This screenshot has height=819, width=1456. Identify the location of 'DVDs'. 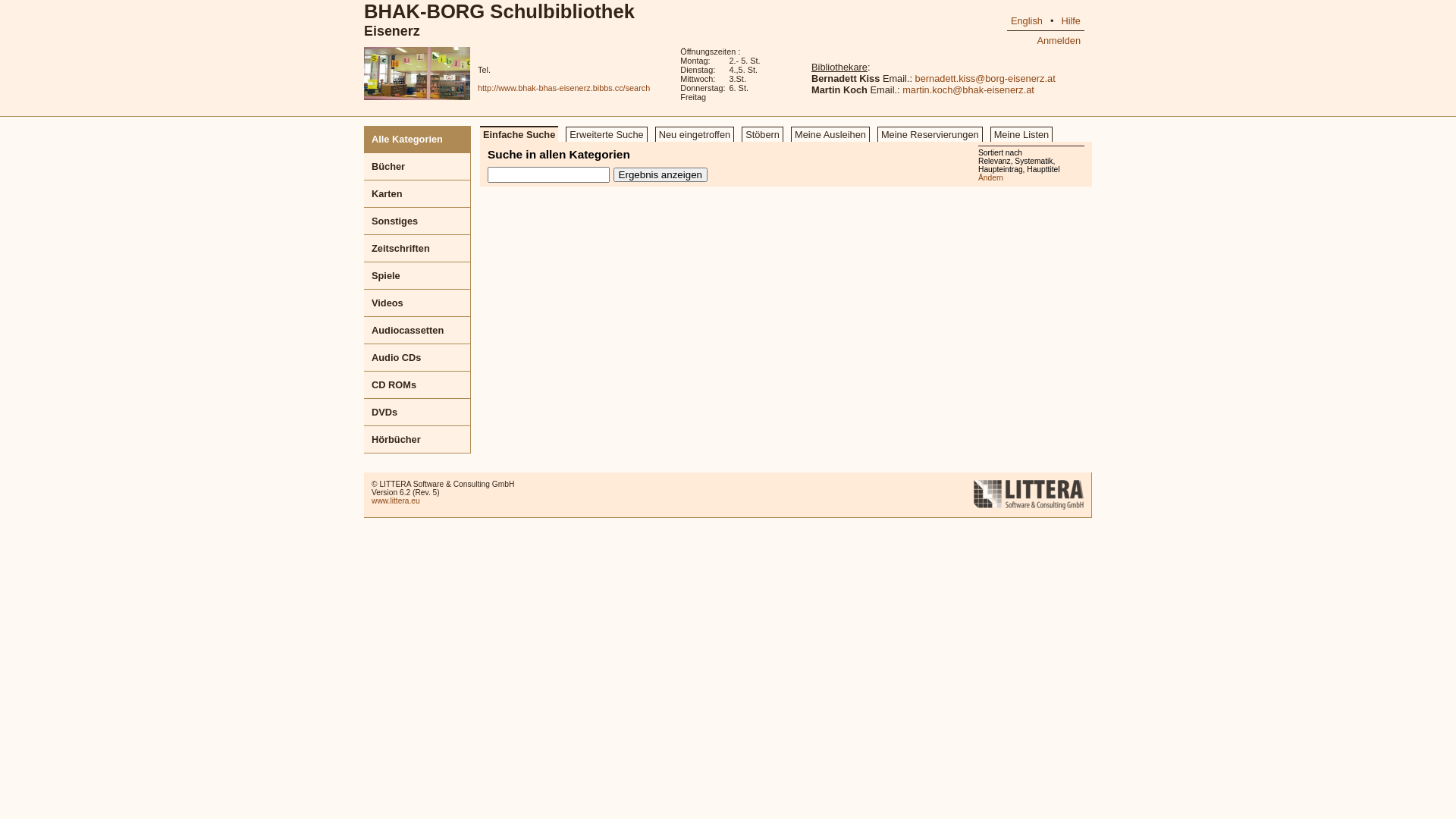
(417, 412).